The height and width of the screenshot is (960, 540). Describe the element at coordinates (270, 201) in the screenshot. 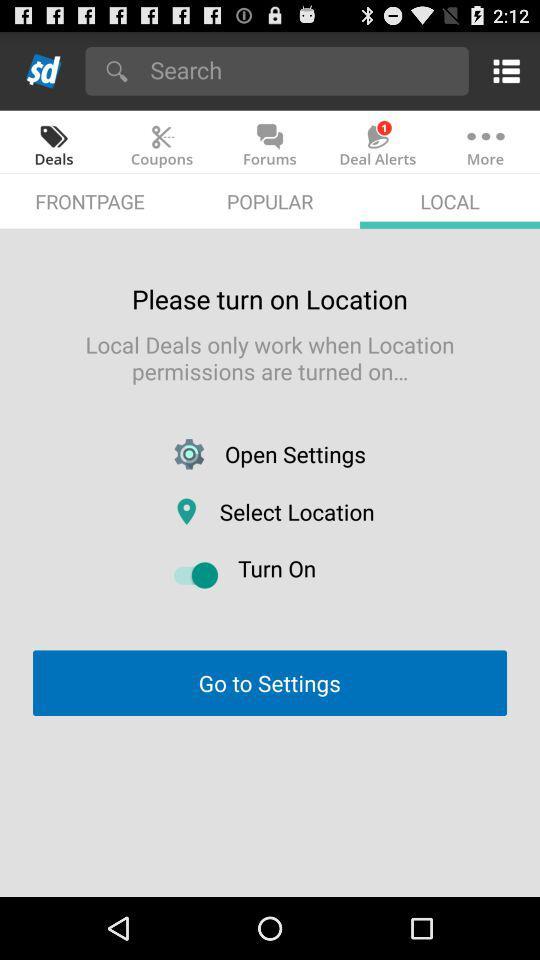

I see `icon next to local item` at that location.